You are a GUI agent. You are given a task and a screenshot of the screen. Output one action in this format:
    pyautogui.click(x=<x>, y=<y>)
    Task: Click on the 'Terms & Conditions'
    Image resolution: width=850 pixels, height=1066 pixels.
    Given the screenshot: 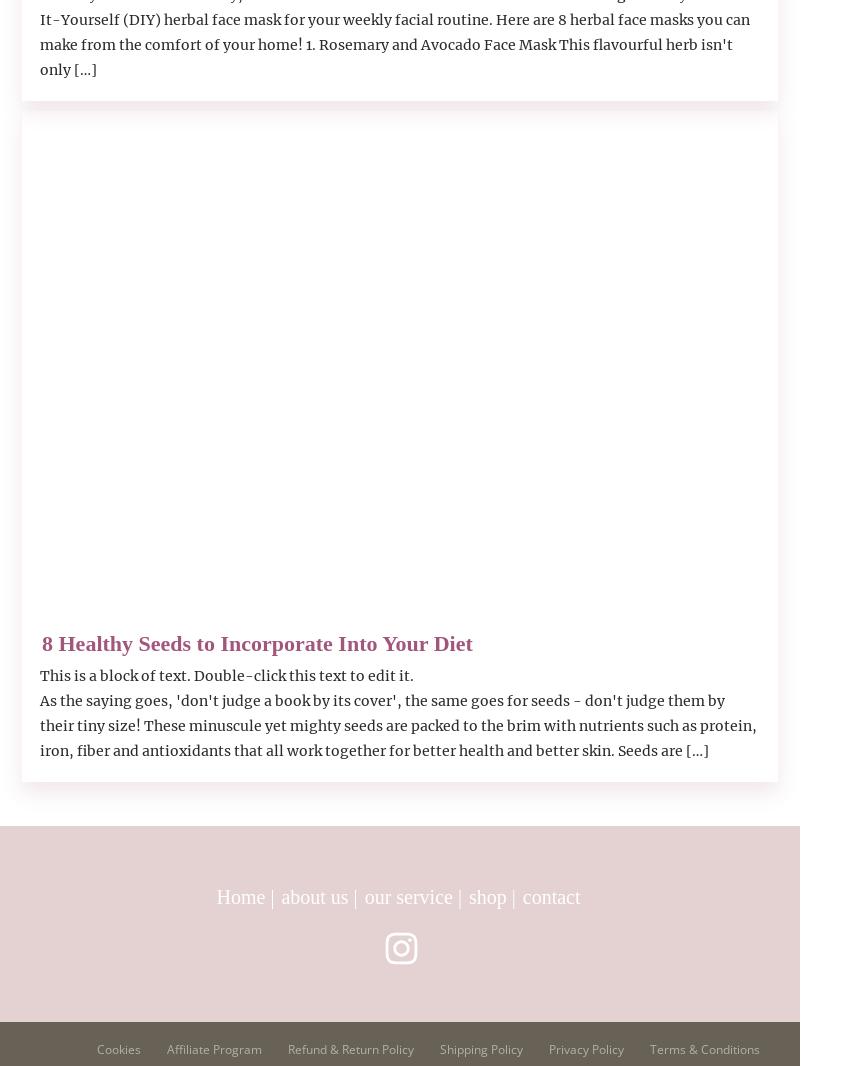 What is the action you would take?
    pyautogui.click(x=649, y=1049)
    